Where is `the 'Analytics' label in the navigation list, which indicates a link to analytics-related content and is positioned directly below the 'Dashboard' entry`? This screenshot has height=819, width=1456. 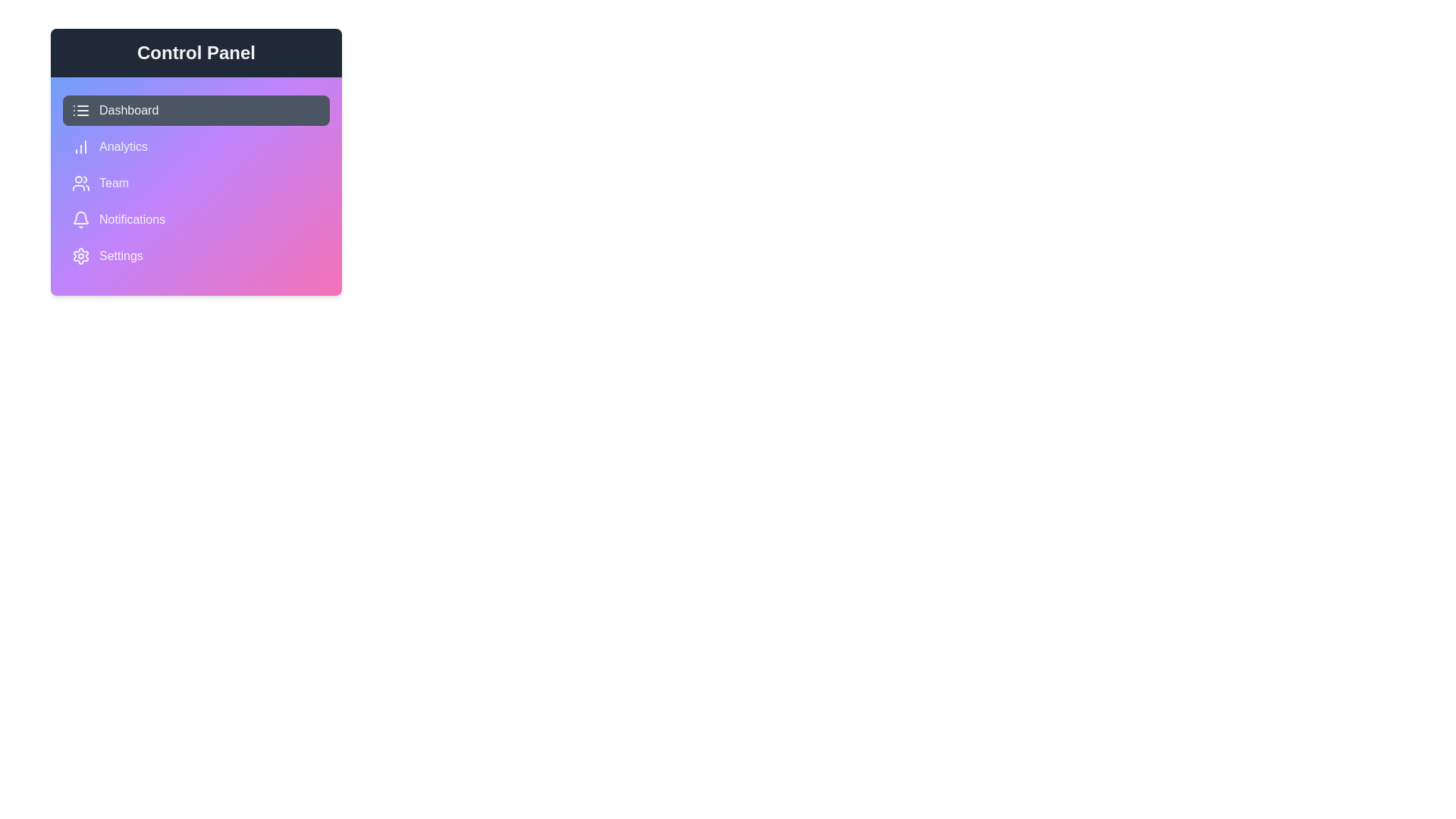
the 'Analytics' label in the navigation list, which indicates a link to analytics-related content and is positioned directly below the 'Dashboard' entry is located at coordinates (124, 146).